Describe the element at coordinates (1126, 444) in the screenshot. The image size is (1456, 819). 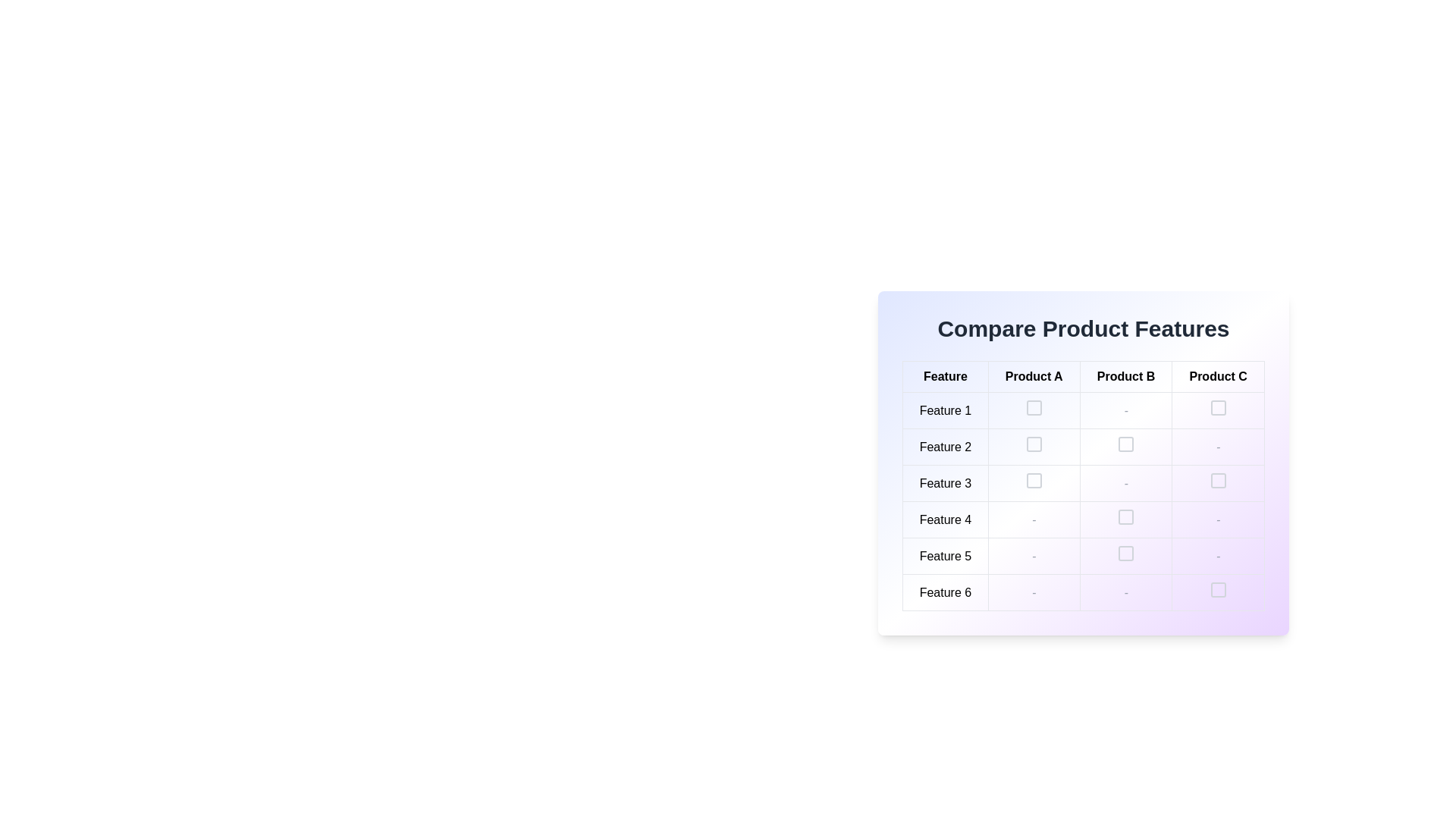
I see `the non-functional checkbox located in the second row and third column of the comparison table under 'Product B'` at that location.